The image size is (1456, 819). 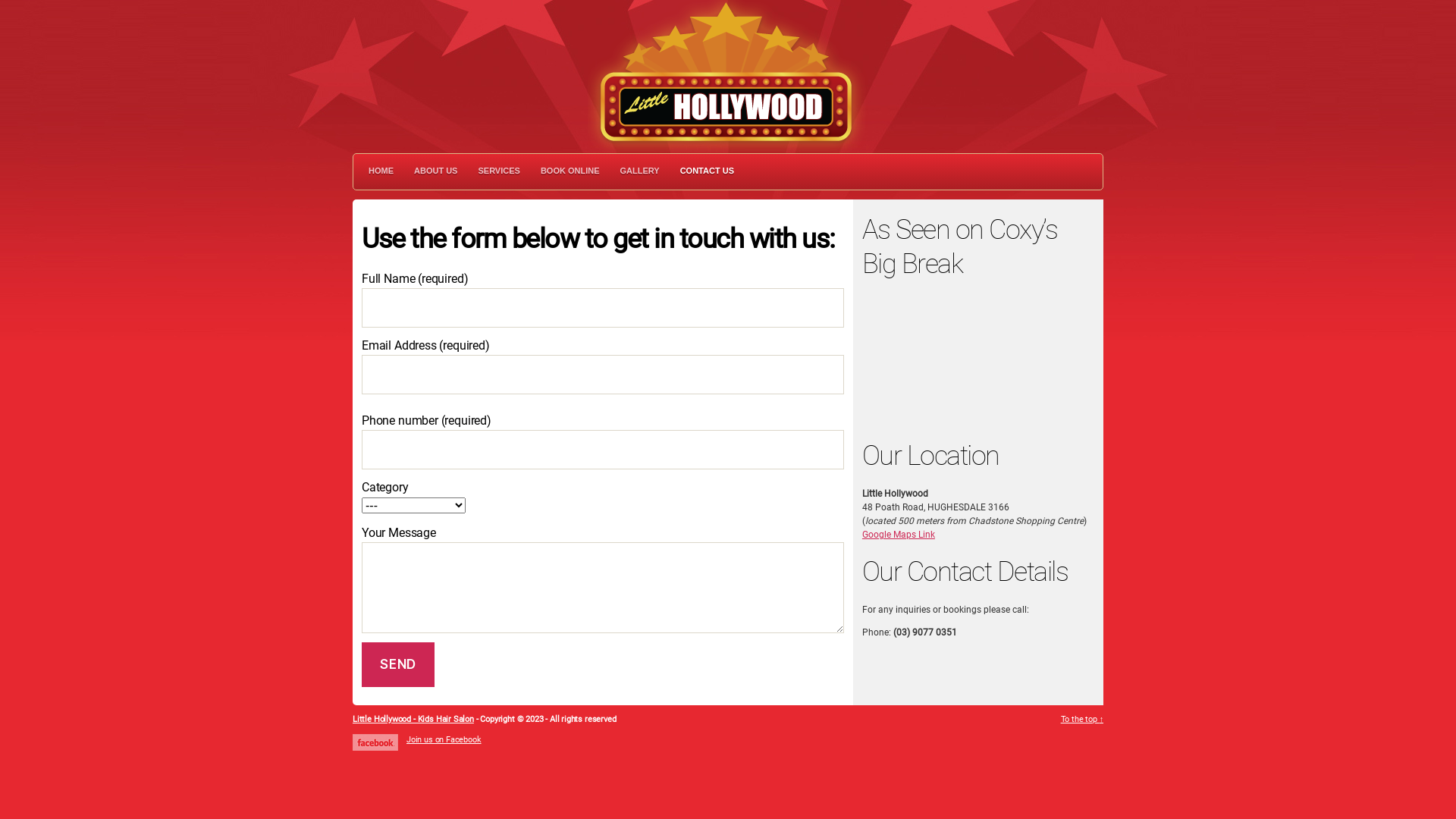 I want to click on 'GALLERY', so click(x=620, y=171).